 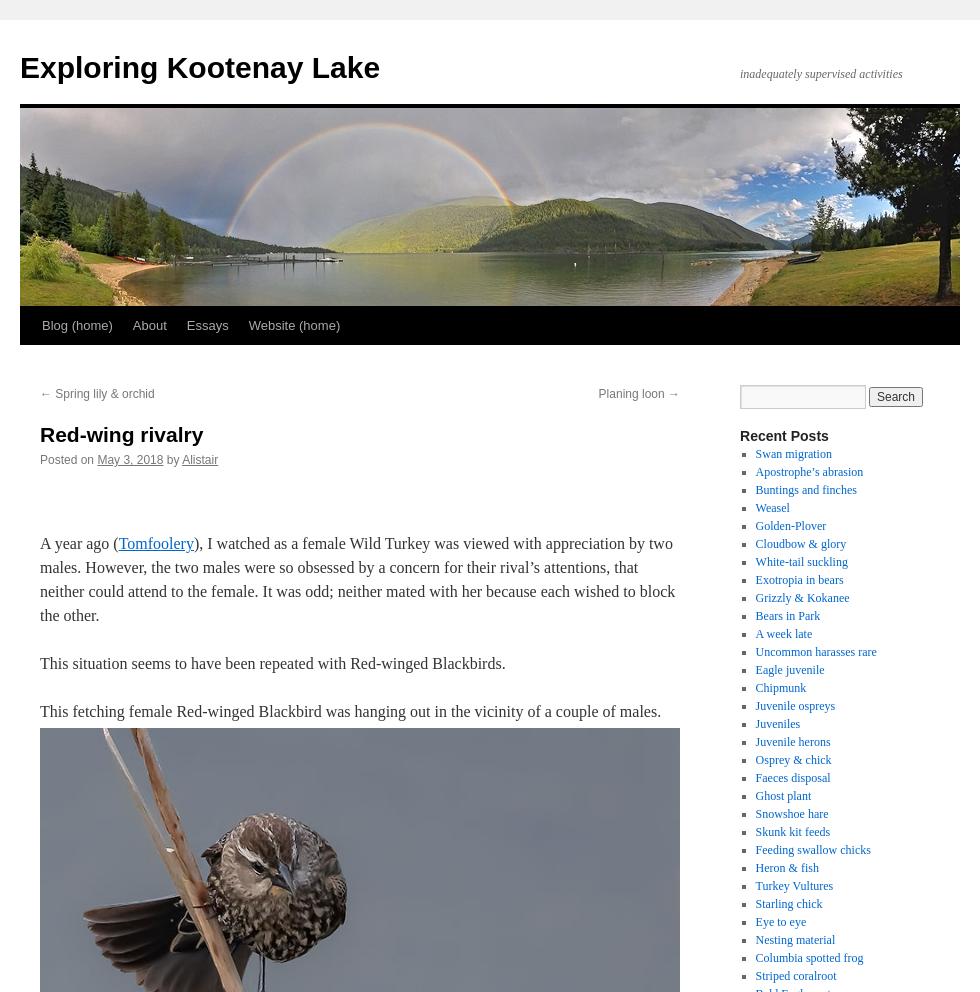 What do you see at coordinates (802, 596) in the screenshot?
I see `'Grizzly & Kokanee'` at bounding box center [802, 596].